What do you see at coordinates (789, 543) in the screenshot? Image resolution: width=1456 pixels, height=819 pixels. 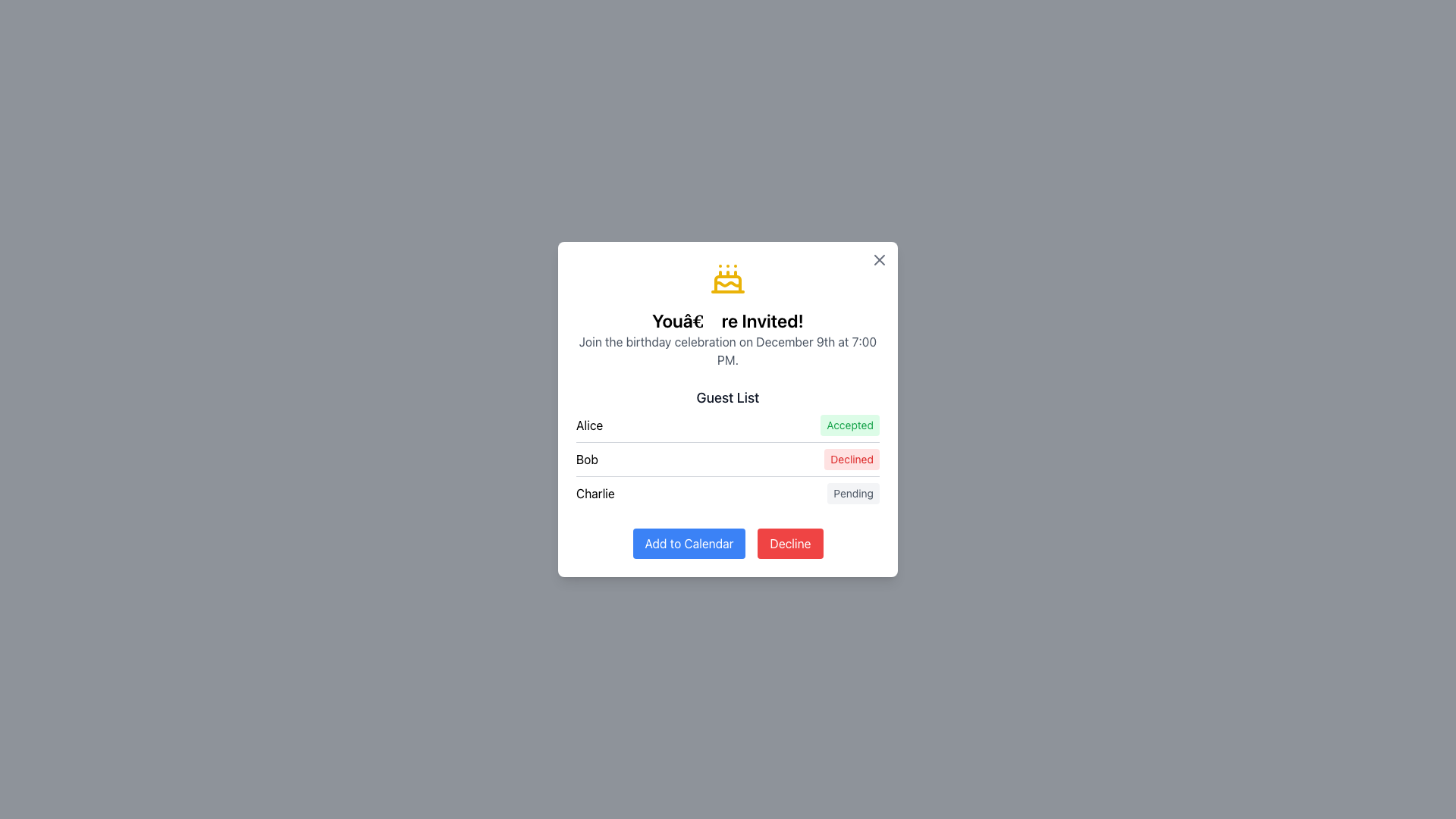 I see `the red 'Decline' button with white text located at the bottom-right corner of the modal to reject the option` at bounding box center [789, 543].